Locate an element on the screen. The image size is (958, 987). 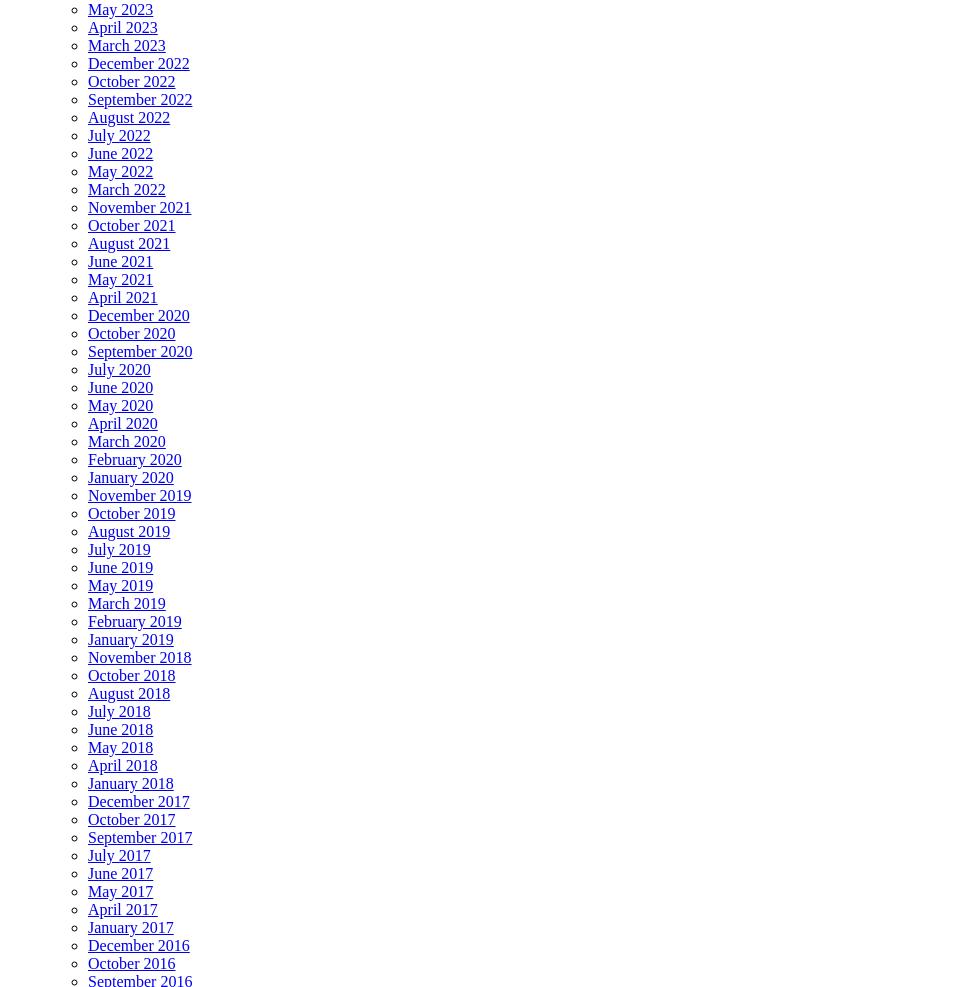
'December 2017' is located at coordinates (138, 801).